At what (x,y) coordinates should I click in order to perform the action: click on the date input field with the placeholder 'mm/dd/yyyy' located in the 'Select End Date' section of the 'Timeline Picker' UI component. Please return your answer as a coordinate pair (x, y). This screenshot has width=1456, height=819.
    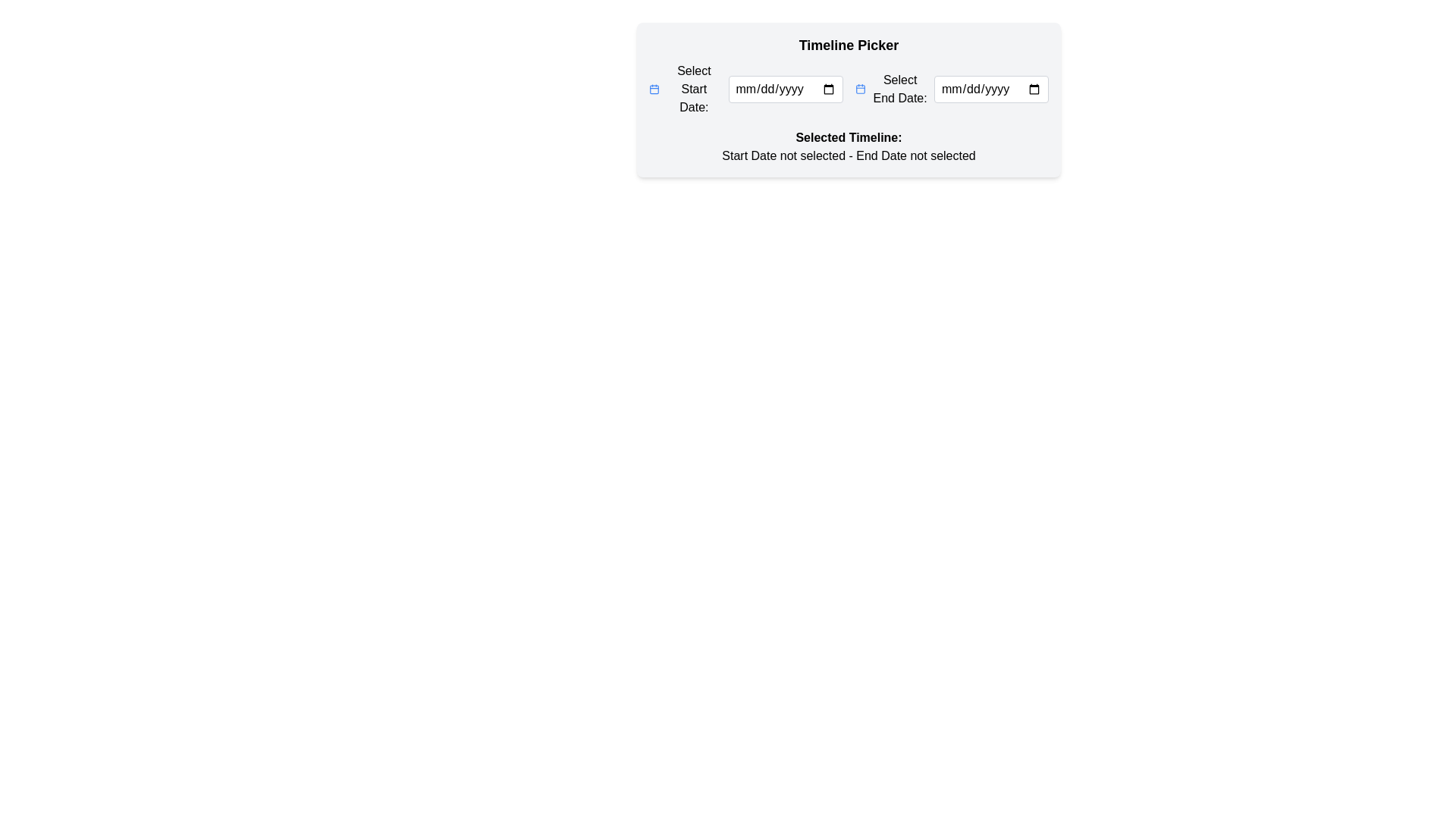
    Looking at the image, I should click on (991, 89).